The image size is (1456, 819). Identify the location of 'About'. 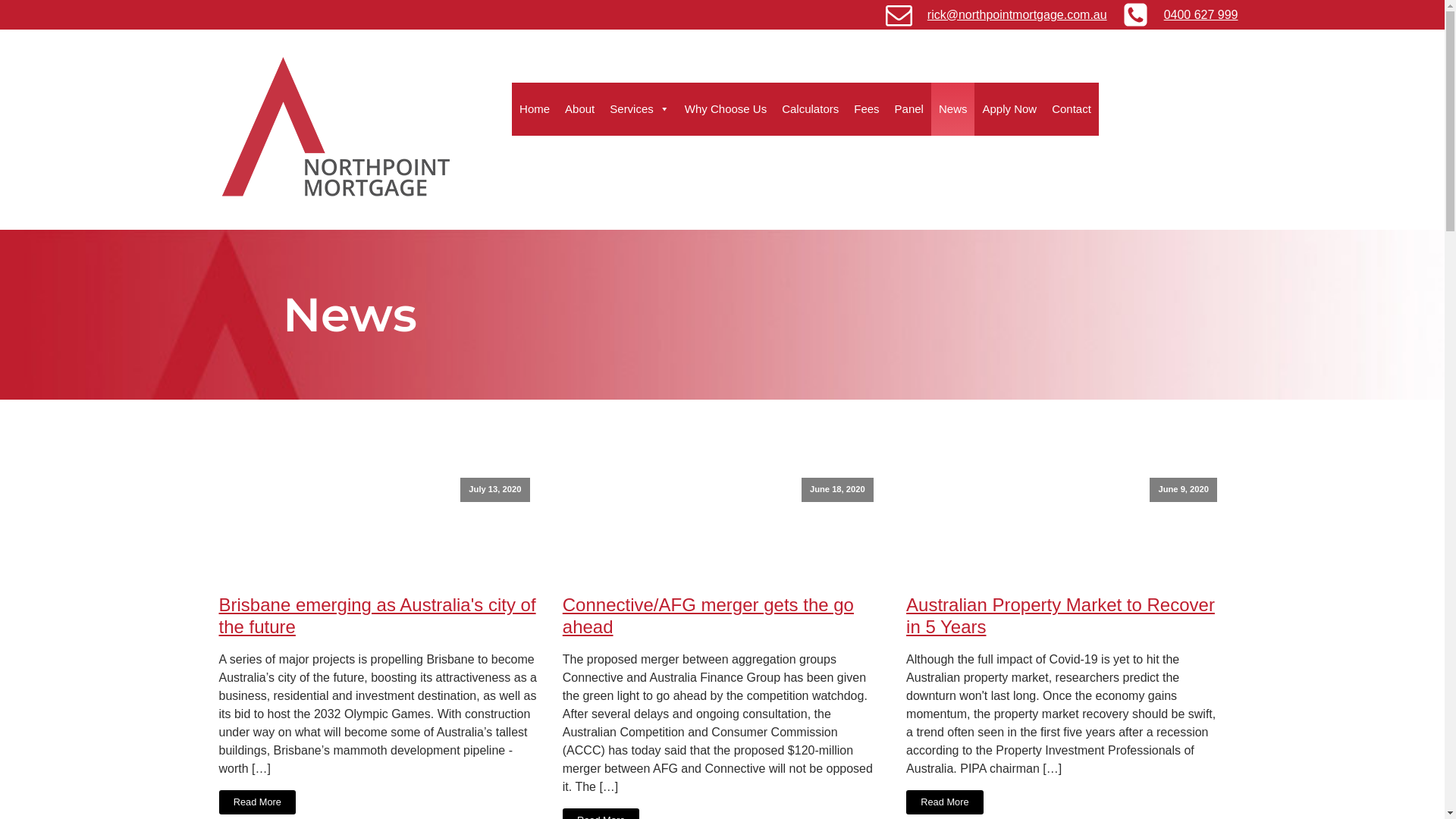
(579, 108).